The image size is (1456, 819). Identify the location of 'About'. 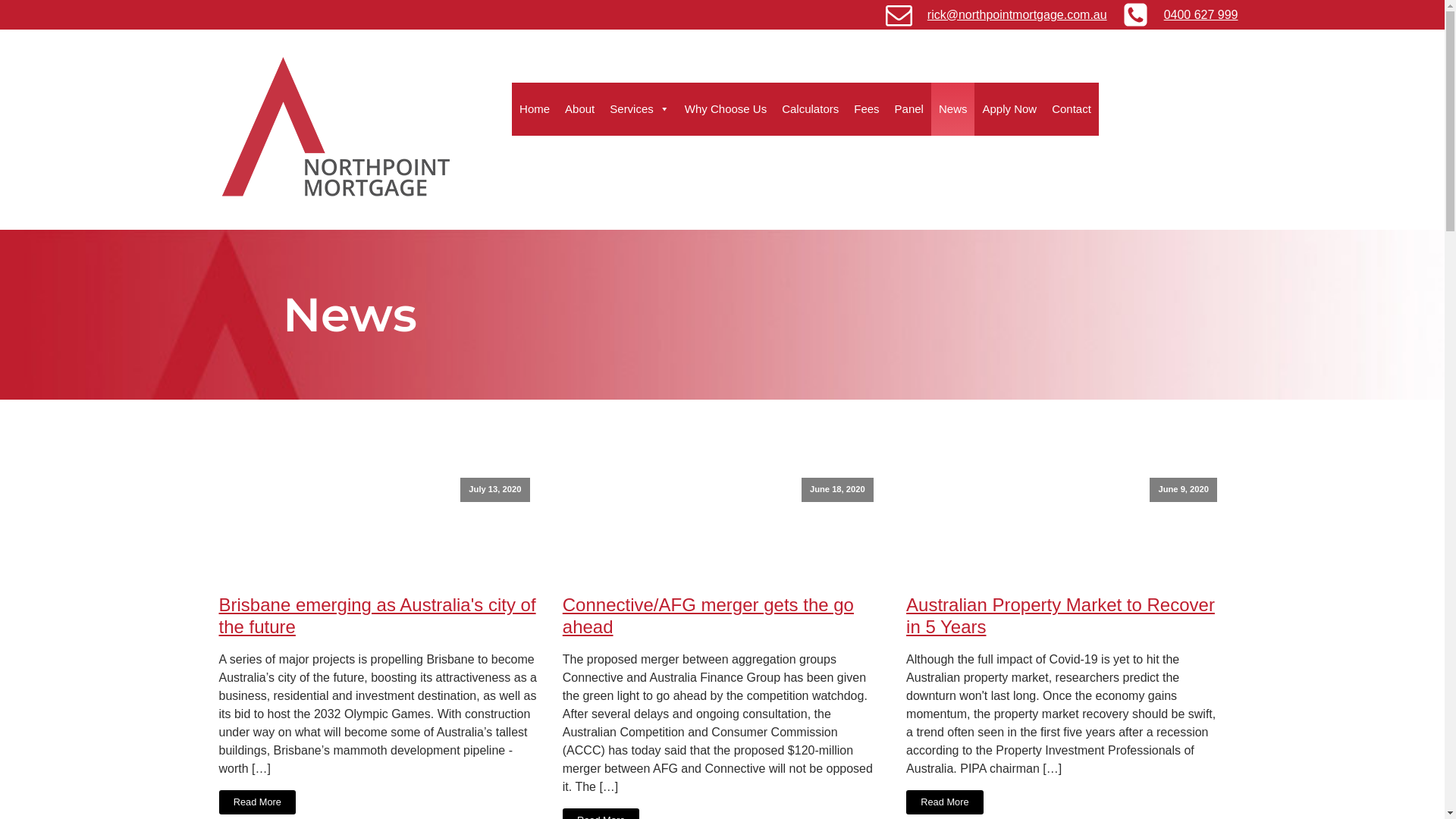
(579, 108).